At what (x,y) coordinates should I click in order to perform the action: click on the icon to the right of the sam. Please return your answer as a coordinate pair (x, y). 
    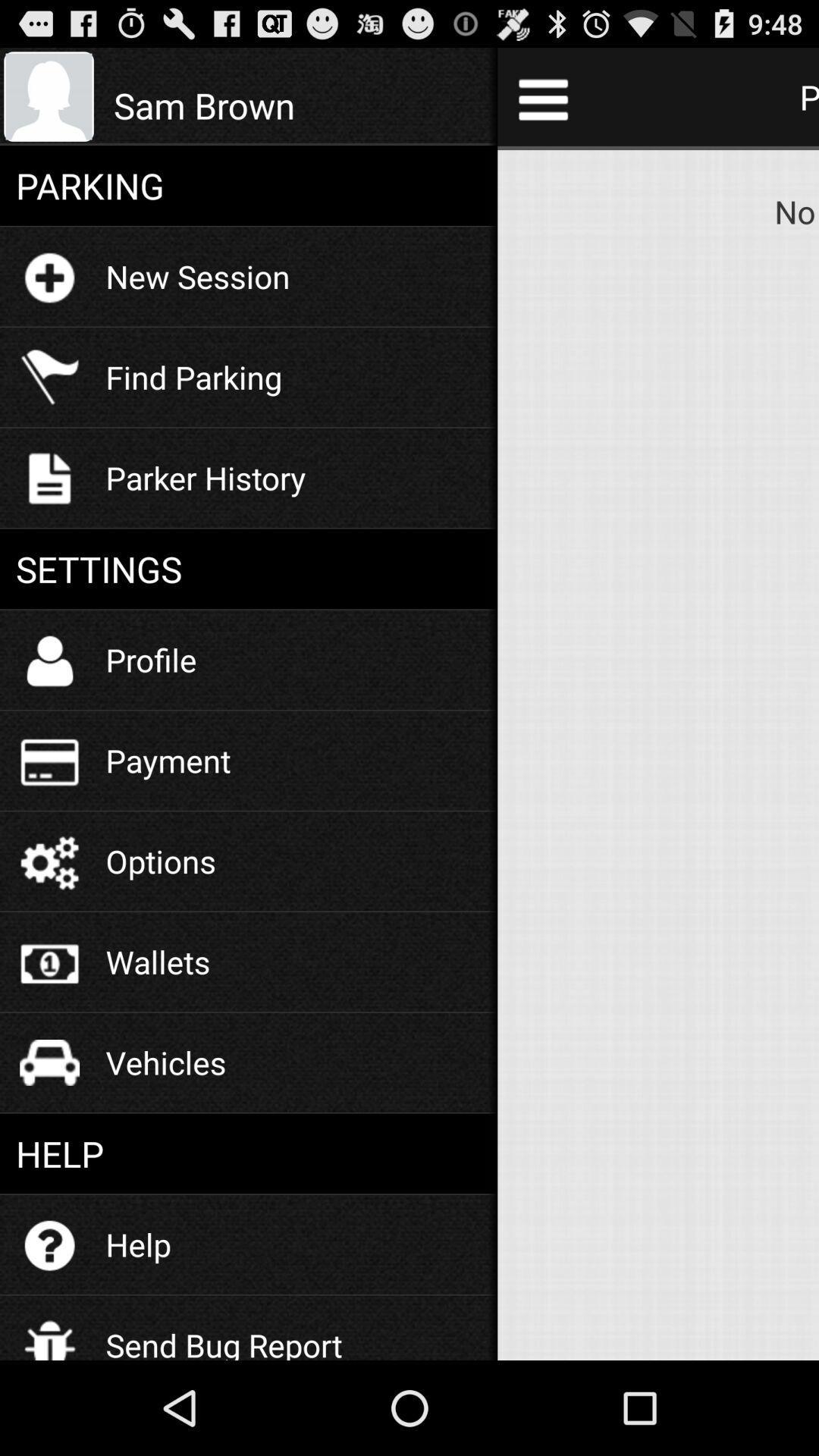
    Looking at the image, I should click on (542, 98).